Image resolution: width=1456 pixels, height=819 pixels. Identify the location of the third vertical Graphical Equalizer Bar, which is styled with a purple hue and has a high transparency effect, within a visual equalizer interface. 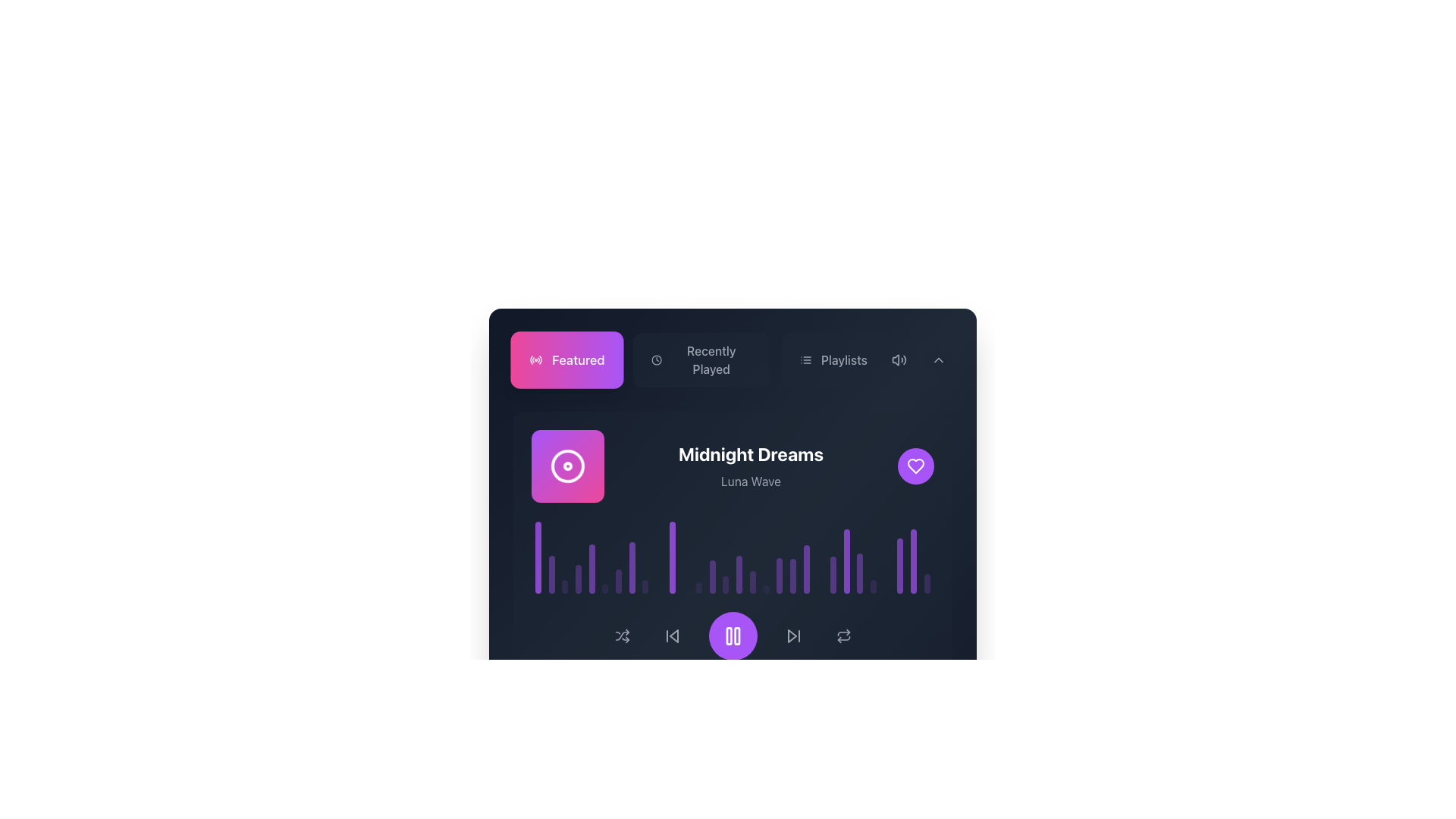
(564, 586).